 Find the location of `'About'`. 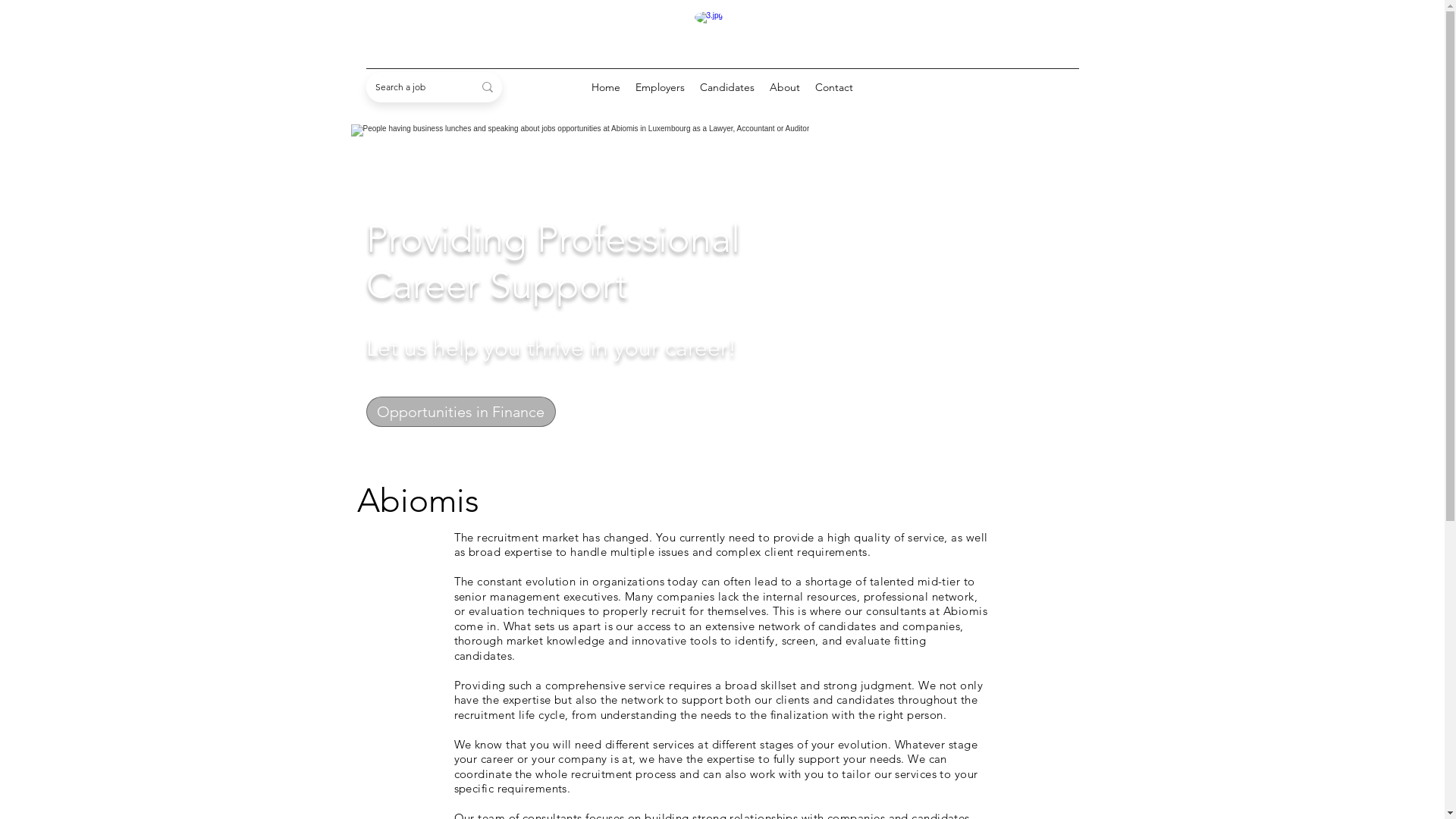

'About' is located at coordinates (785, 87).